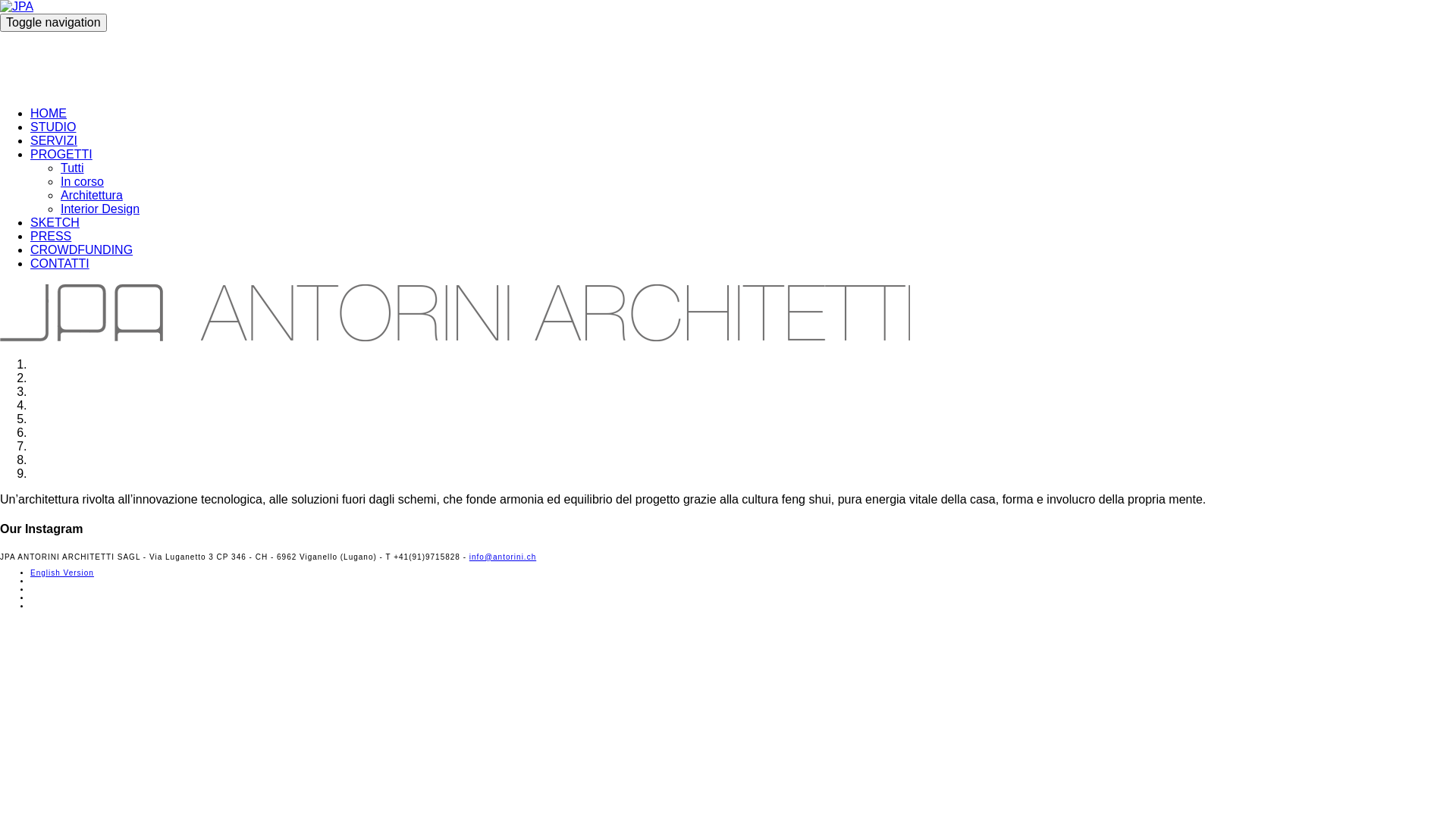 The height and width of the screenshot is (819, 1456). I want to click on 'STUDIO', so click(53, 126).